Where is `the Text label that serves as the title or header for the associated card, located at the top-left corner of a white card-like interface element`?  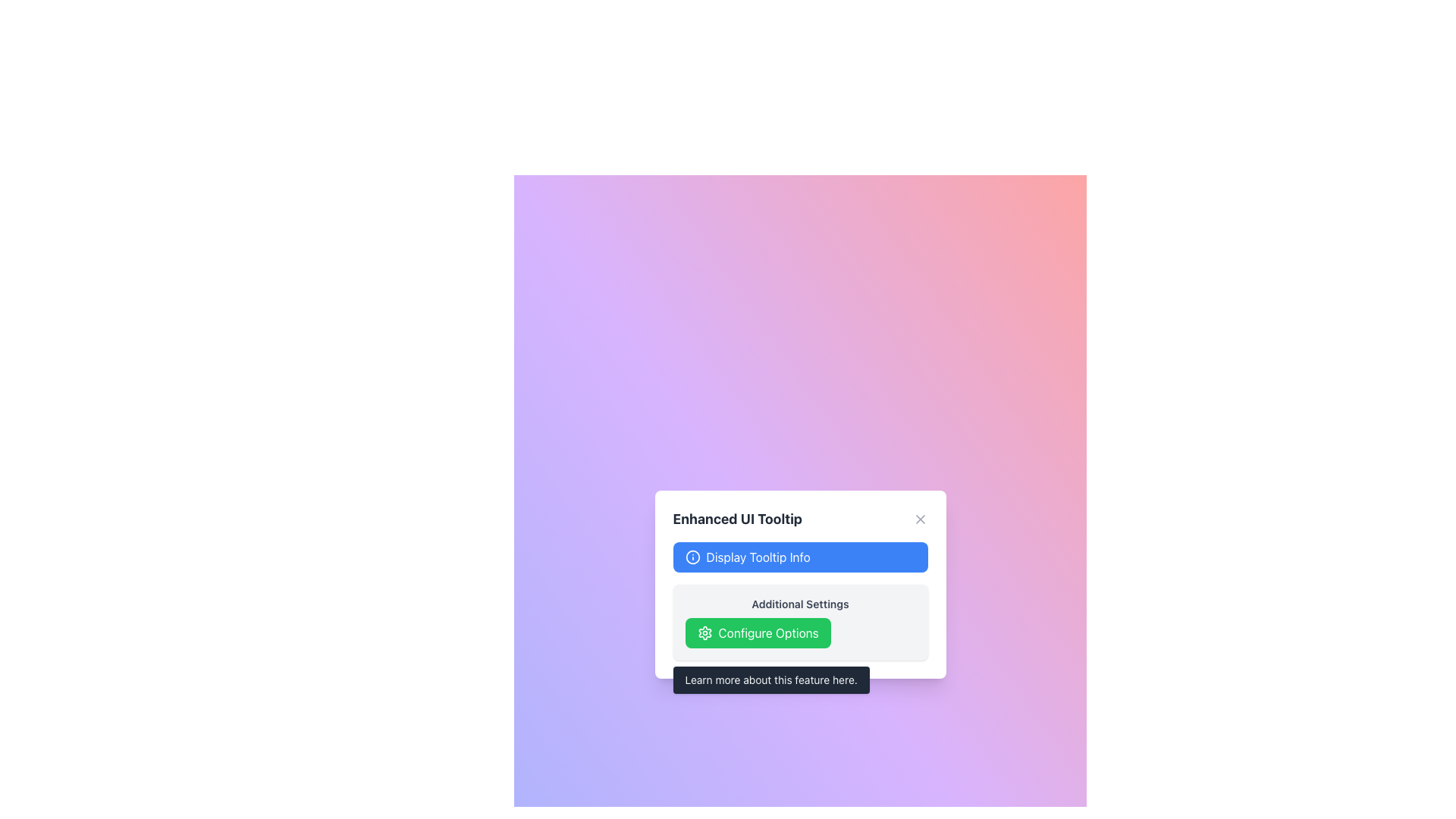
the Text label that serves as the title or header for the associated card, located at the top-left corner of a white card-like interface element is located at coordinates (737, 519).